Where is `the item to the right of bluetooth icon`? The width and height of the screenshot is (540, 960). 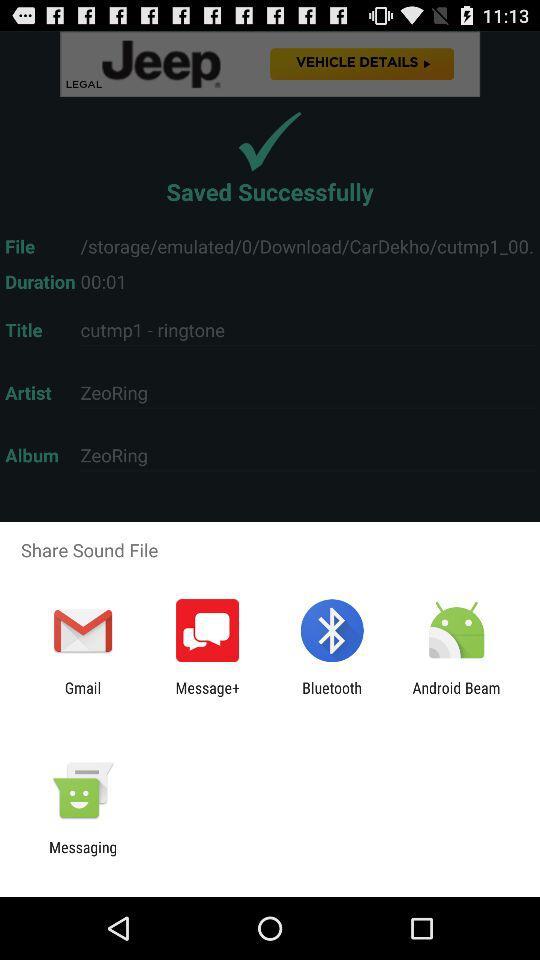 the item to the right of bluetooth icon is located at coordinates (456, 696).